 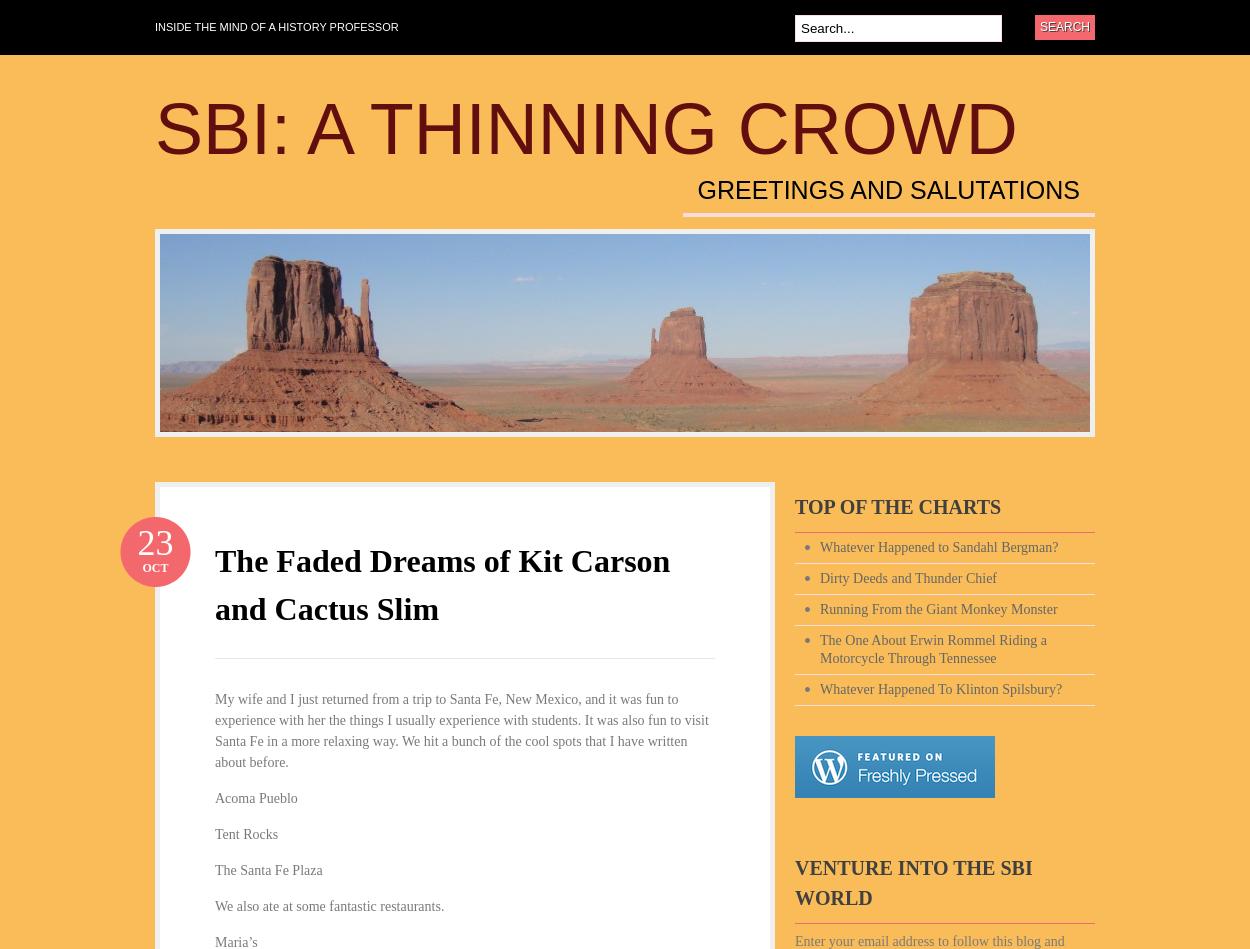 I want to click on 'Whatever Happened to Sandahl Bergman?', so click(x=819, y=546).